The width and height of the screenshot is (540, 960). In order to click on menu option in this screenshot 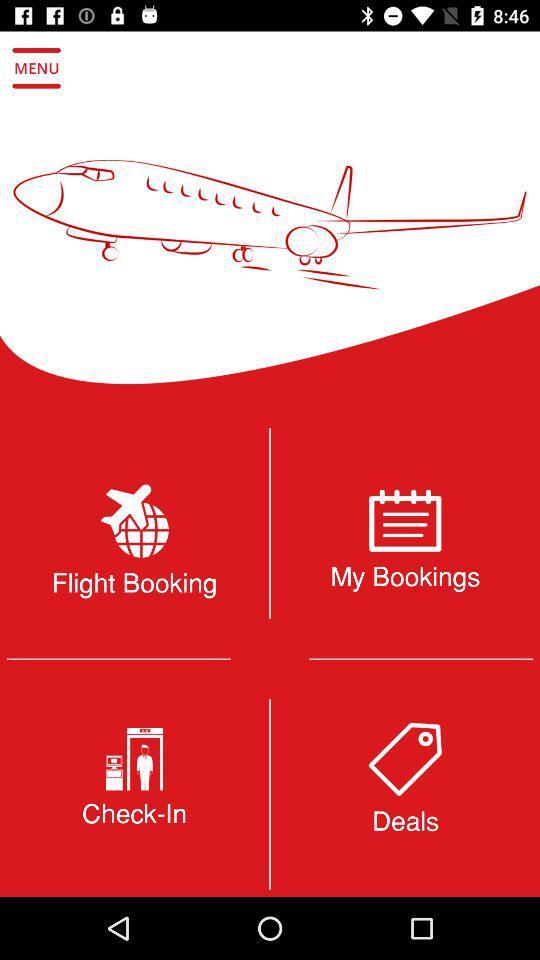, I will do `click(36, 68)`.